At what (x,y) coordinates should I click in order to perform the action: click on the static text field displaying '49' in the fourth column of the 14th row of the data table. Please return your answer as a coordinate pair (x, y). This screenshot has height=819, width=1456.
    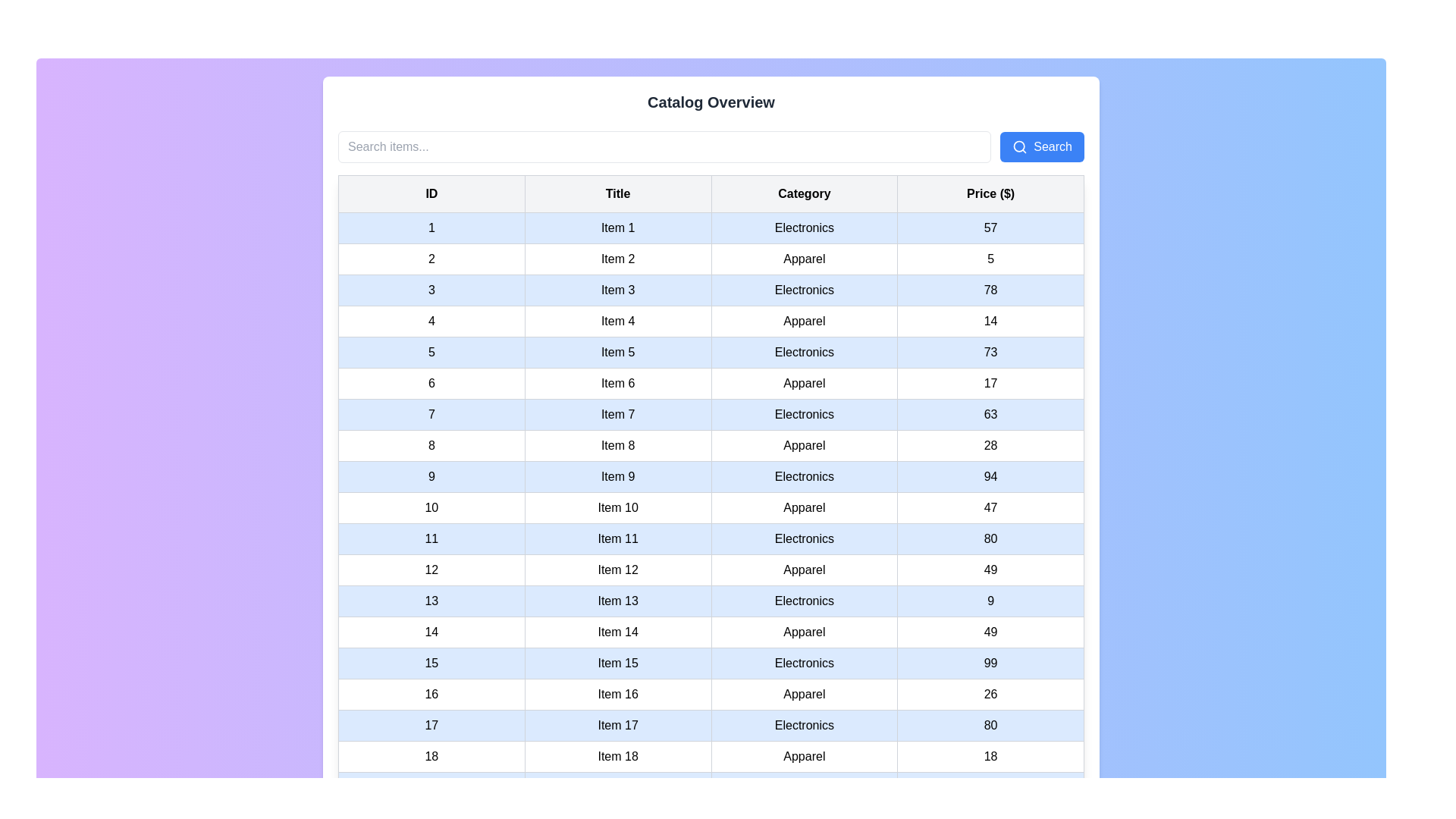
    Looking at the image, I should click on (990, 632).